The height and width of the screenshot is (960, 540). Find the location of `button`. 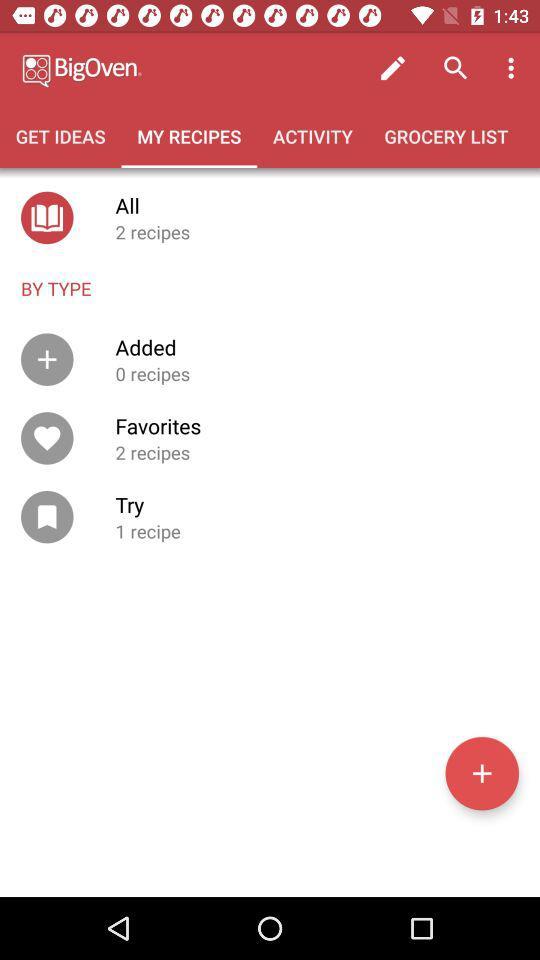

button is located at coordinates (481, 772).